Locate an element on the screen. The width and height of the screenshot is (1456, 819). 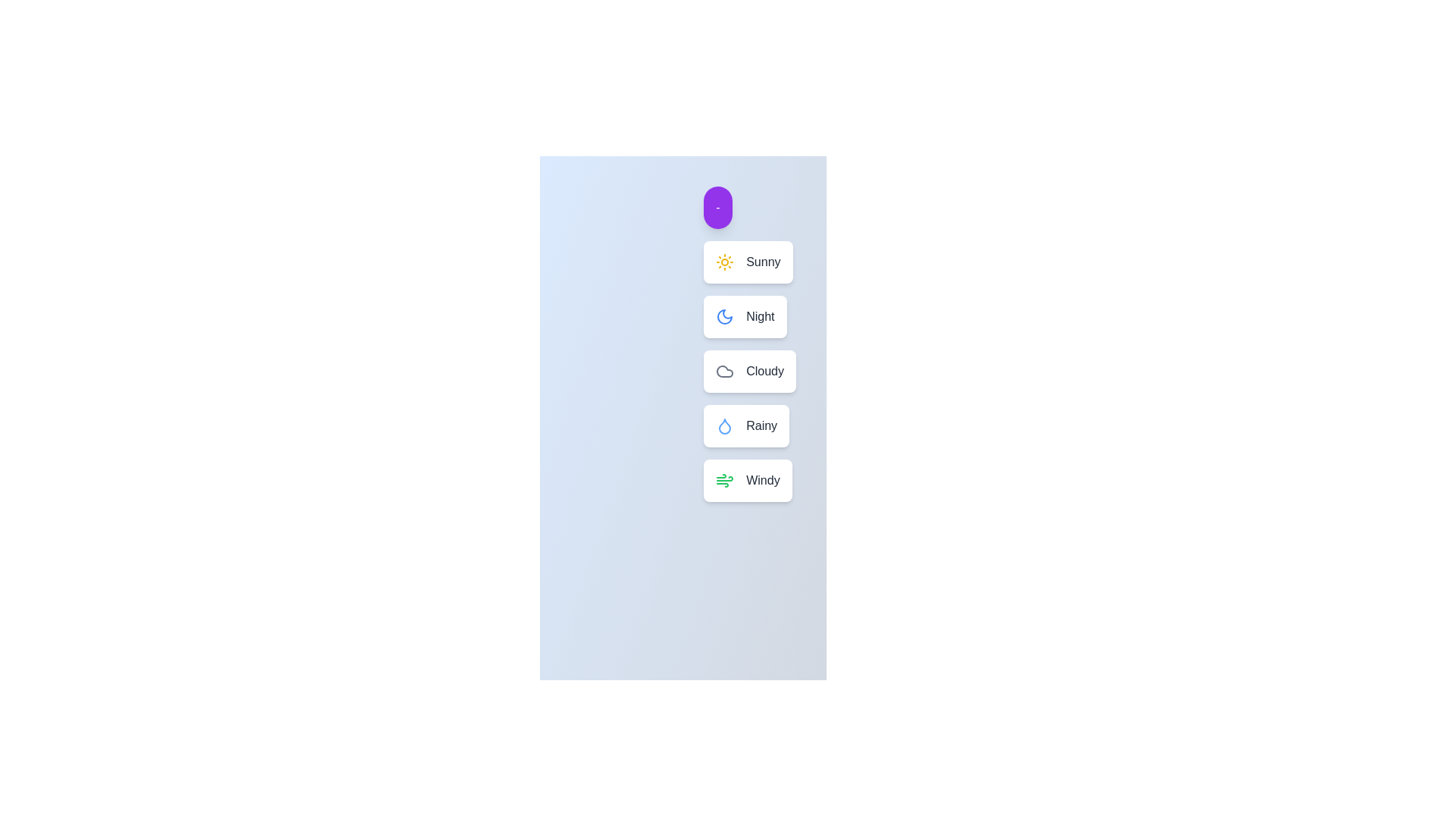
the purple button to toggle the menu is located at coordinates (716, 207).